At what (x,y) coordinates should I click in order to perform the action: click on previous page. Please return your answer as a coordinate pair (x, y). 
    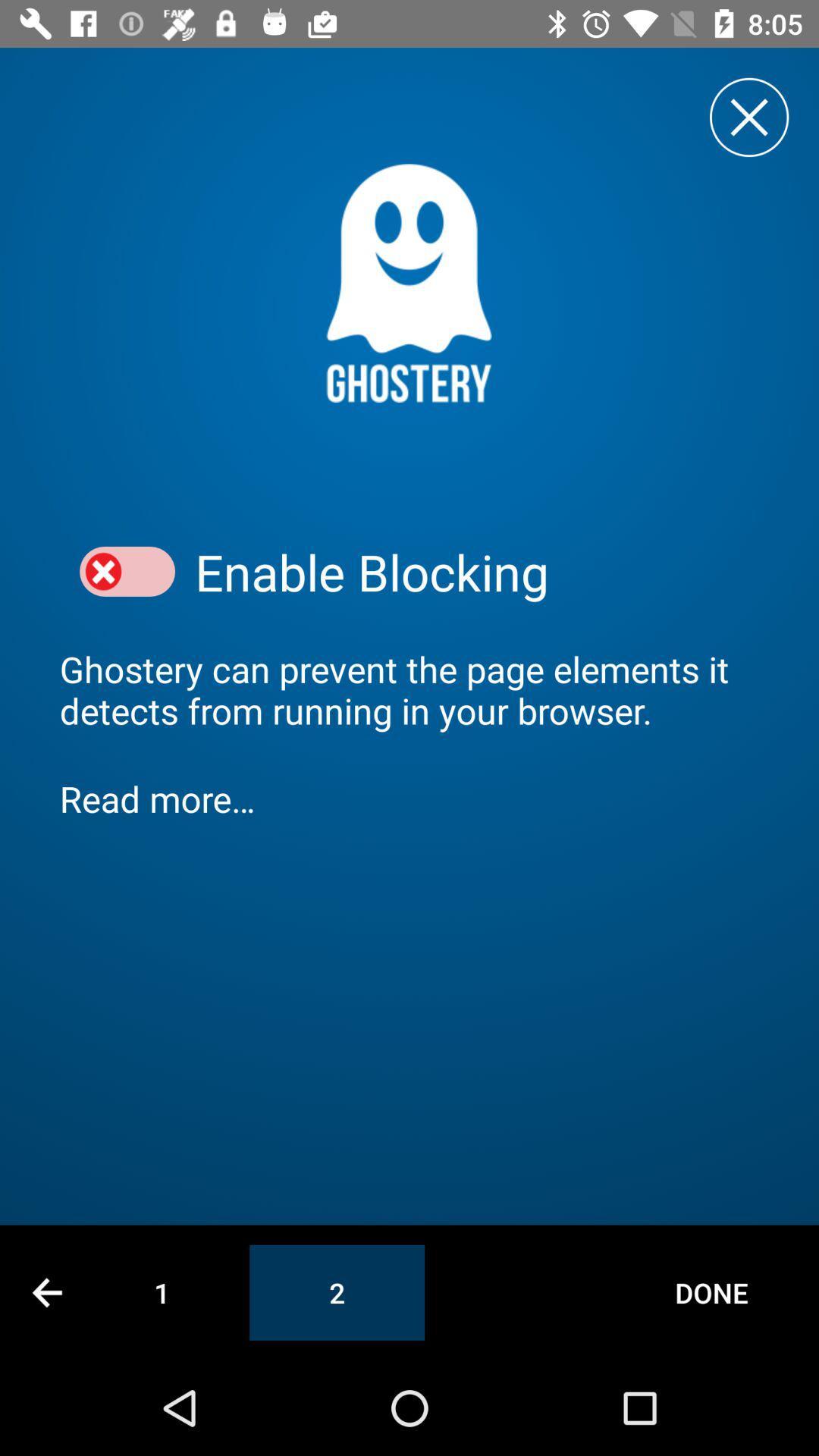
    Looking at the image, I should click on (46, 1291).